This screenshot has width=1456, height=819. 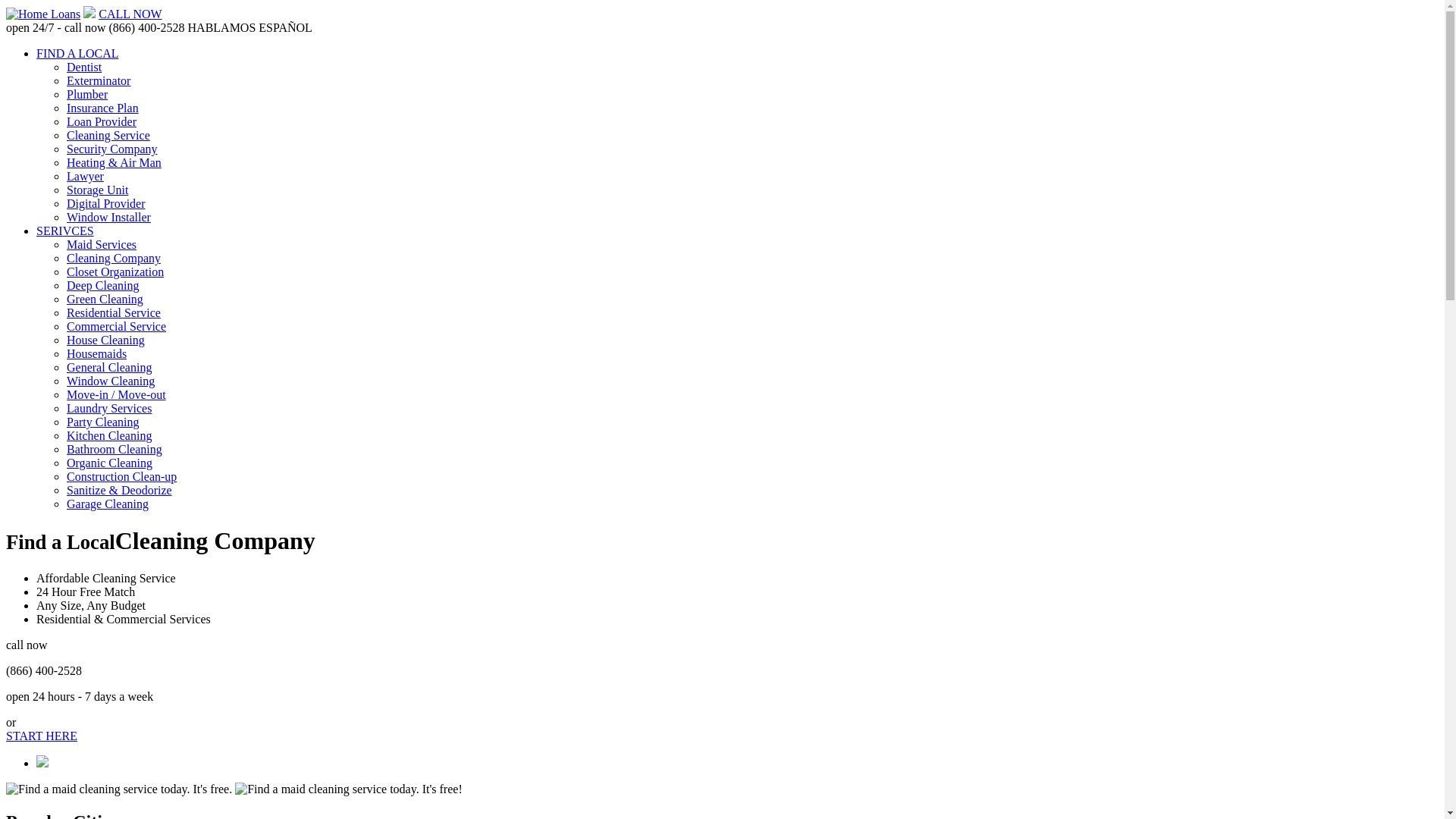 What do you see at coordinates (96, 189) in the screenshot?
I see `'Storage Unit'` at bounding box center [96, 189].